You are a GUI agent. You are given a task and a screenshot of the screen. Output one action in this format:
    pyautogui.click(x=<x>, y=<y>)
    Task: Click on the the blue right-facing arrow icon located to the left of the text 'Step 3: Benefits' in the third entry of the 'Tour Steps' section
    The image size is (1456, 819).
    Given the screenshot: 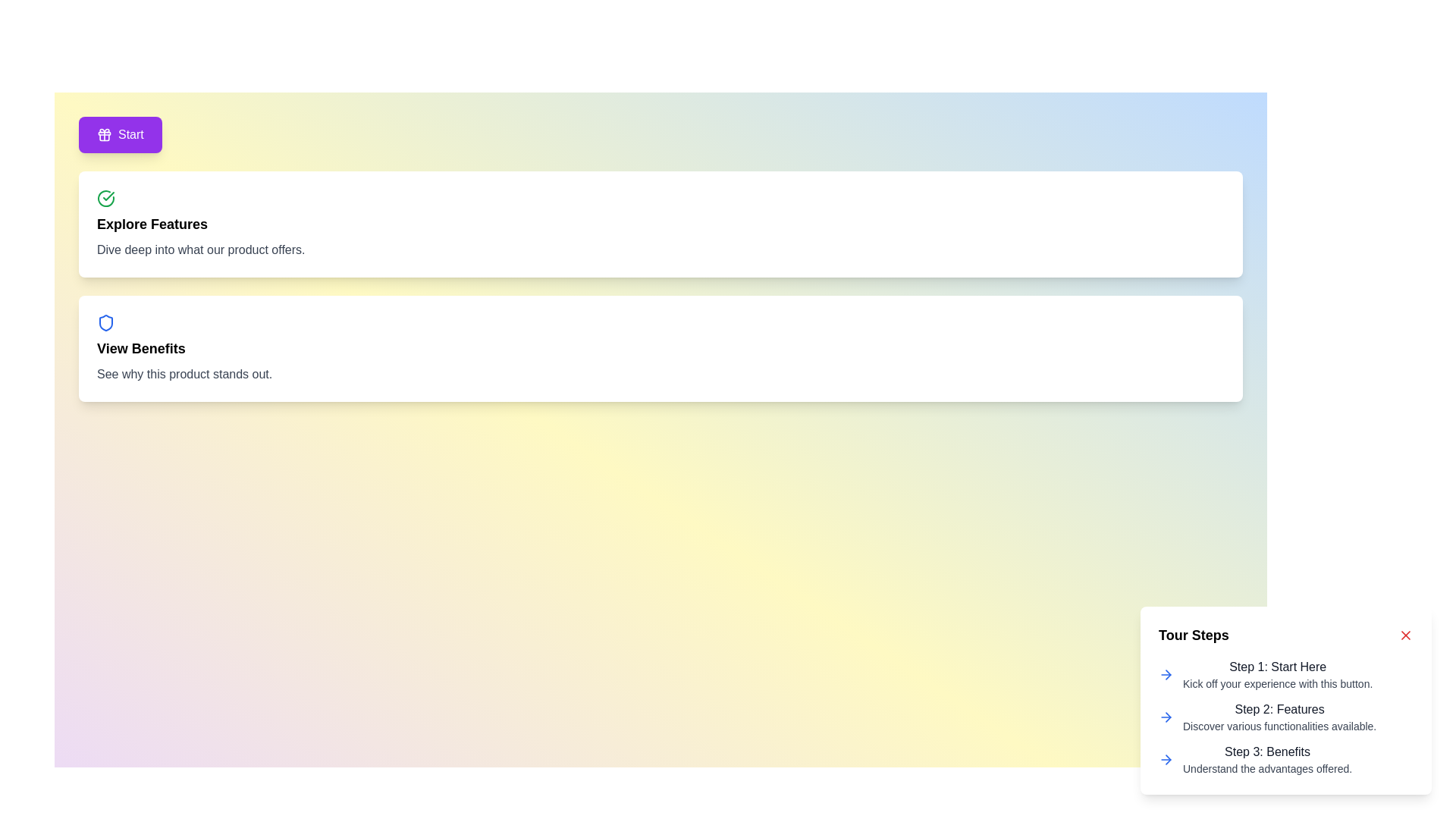 What is the action you would take?
    pyautogui.click(x=1165, y=760)
    